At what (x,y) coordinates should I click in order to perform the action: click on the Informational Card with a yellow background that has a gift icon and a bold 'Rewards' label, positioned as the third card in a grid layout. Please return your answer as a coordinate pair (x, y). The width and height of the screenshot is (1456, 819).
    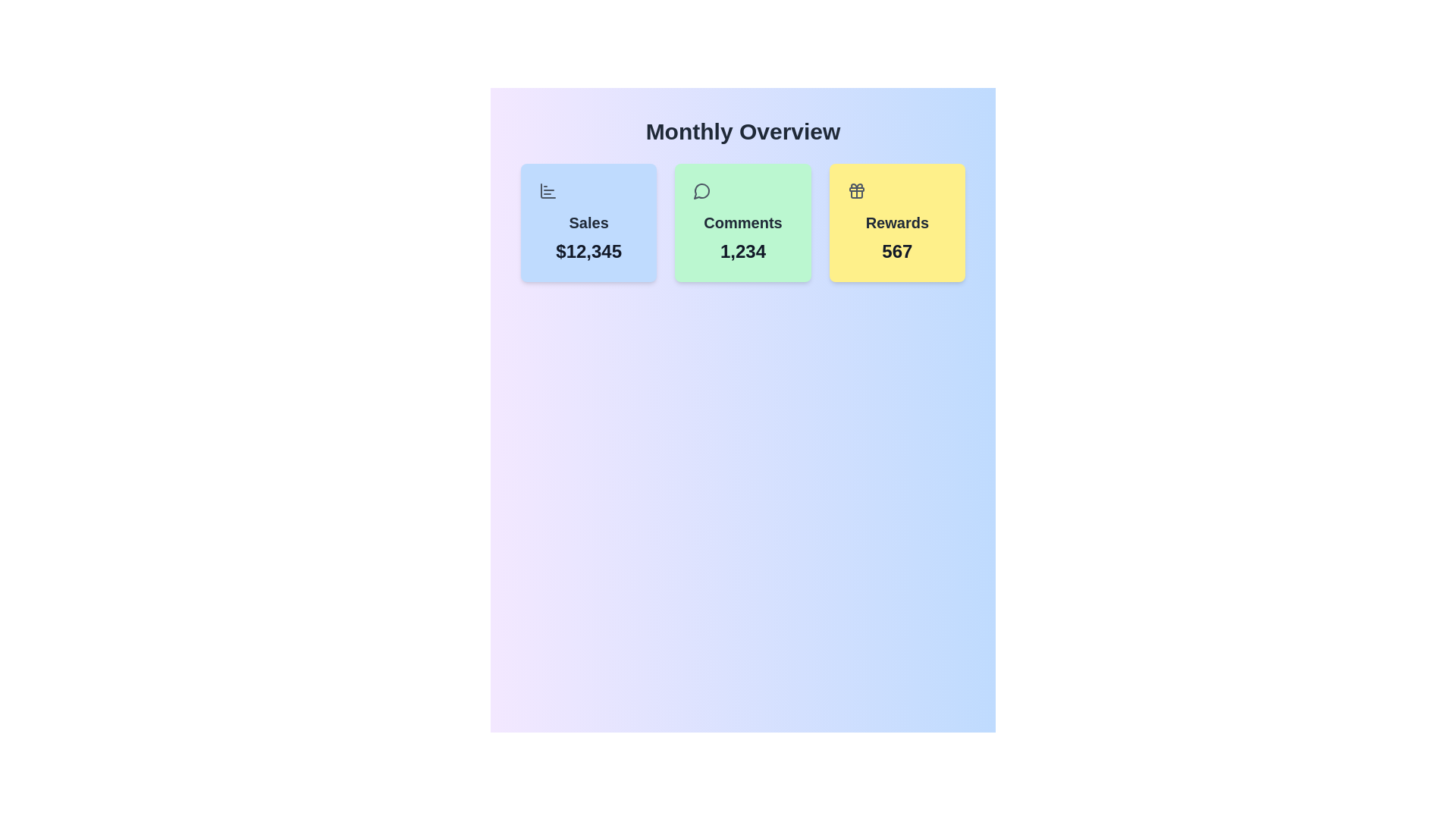
    Looking at the image, I should click on (897, 222).